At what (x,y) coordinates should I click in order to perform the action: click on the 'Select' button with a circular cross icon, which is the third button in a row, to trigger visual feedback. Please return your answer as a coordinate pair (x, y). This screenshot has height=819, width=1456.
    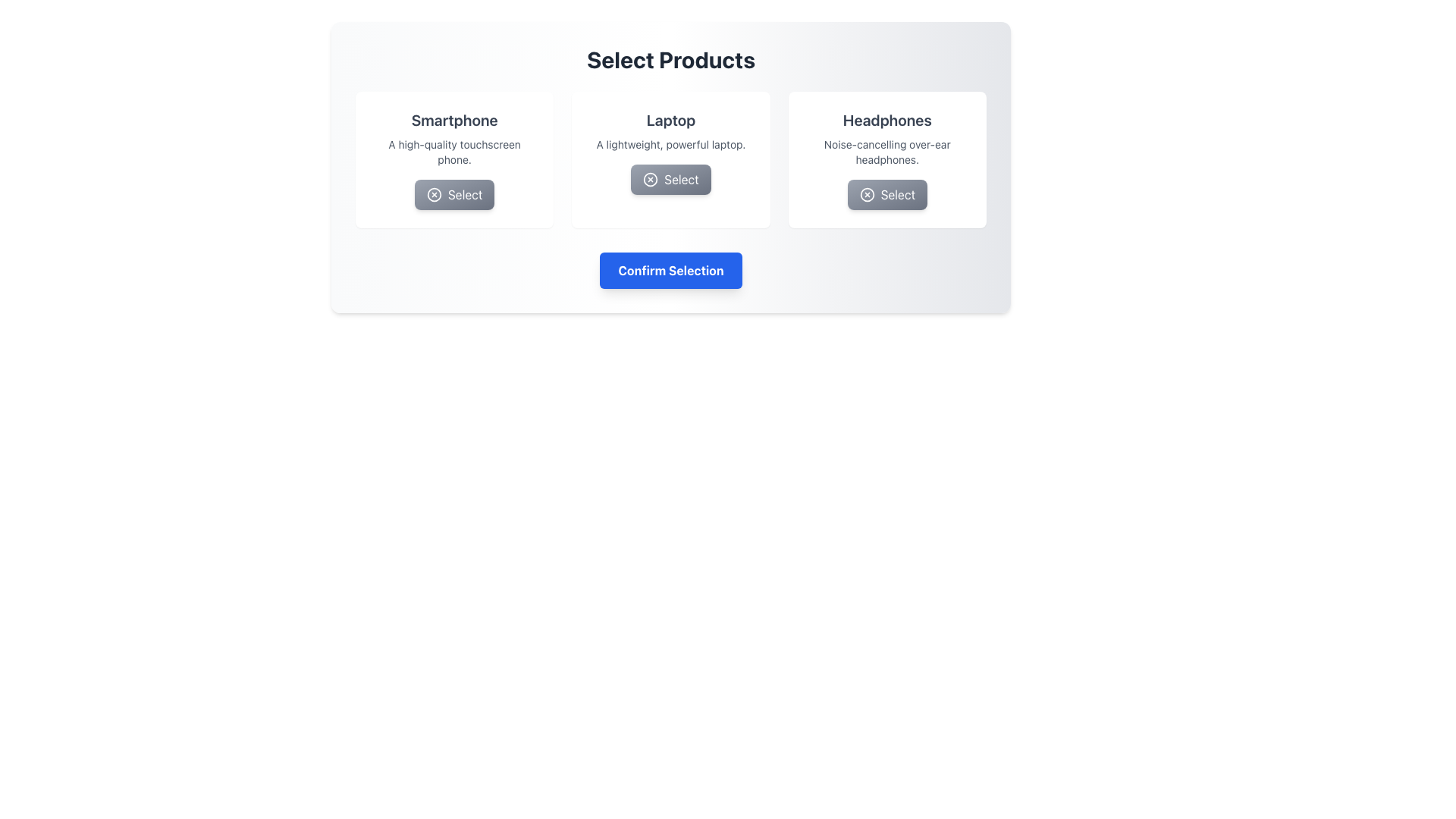
    Looking at the image, I should click on (887, 194).